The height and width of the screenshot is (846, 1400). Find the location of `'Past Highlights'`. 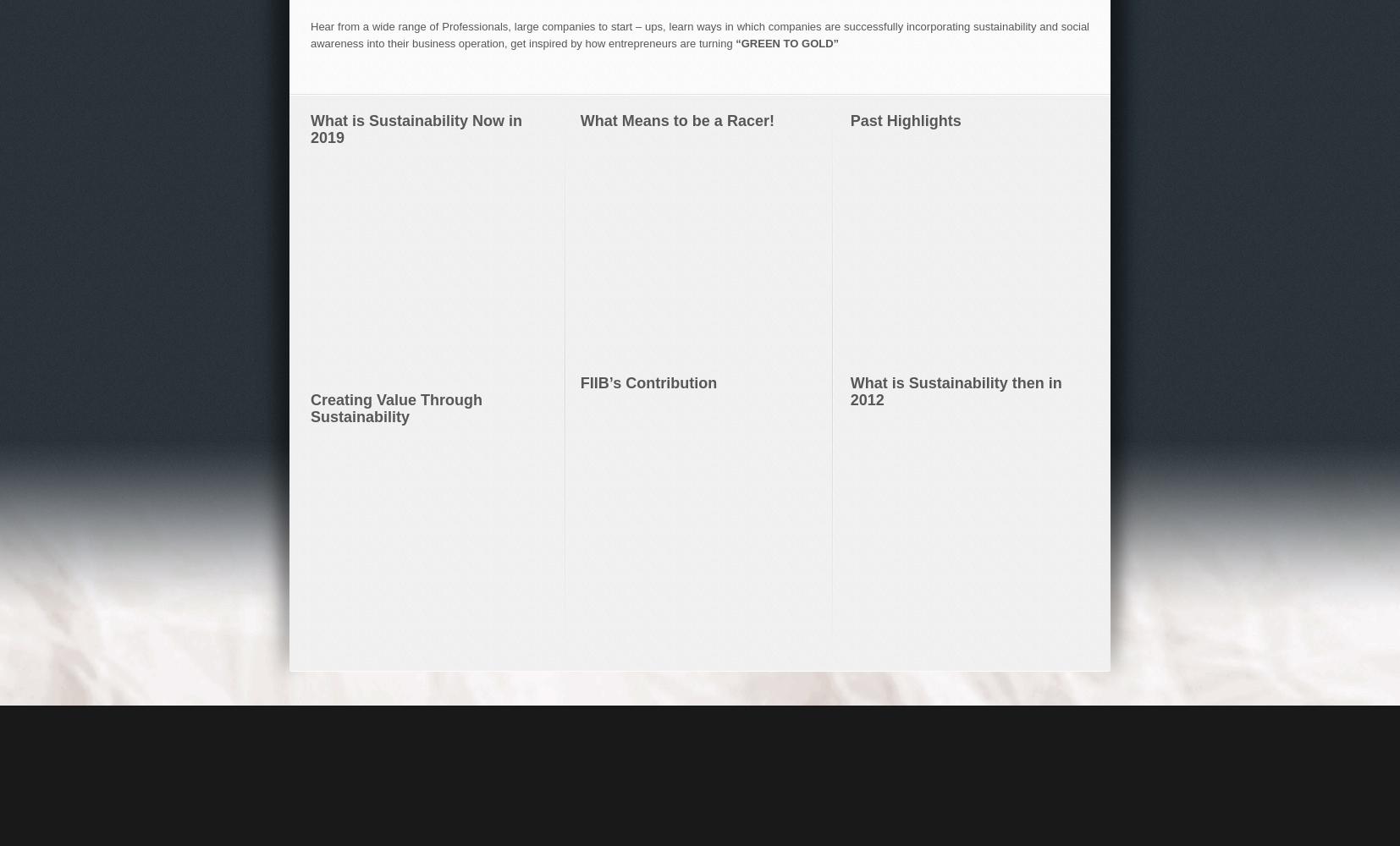

'Past Highlights' is located at coordinates (848, 120).